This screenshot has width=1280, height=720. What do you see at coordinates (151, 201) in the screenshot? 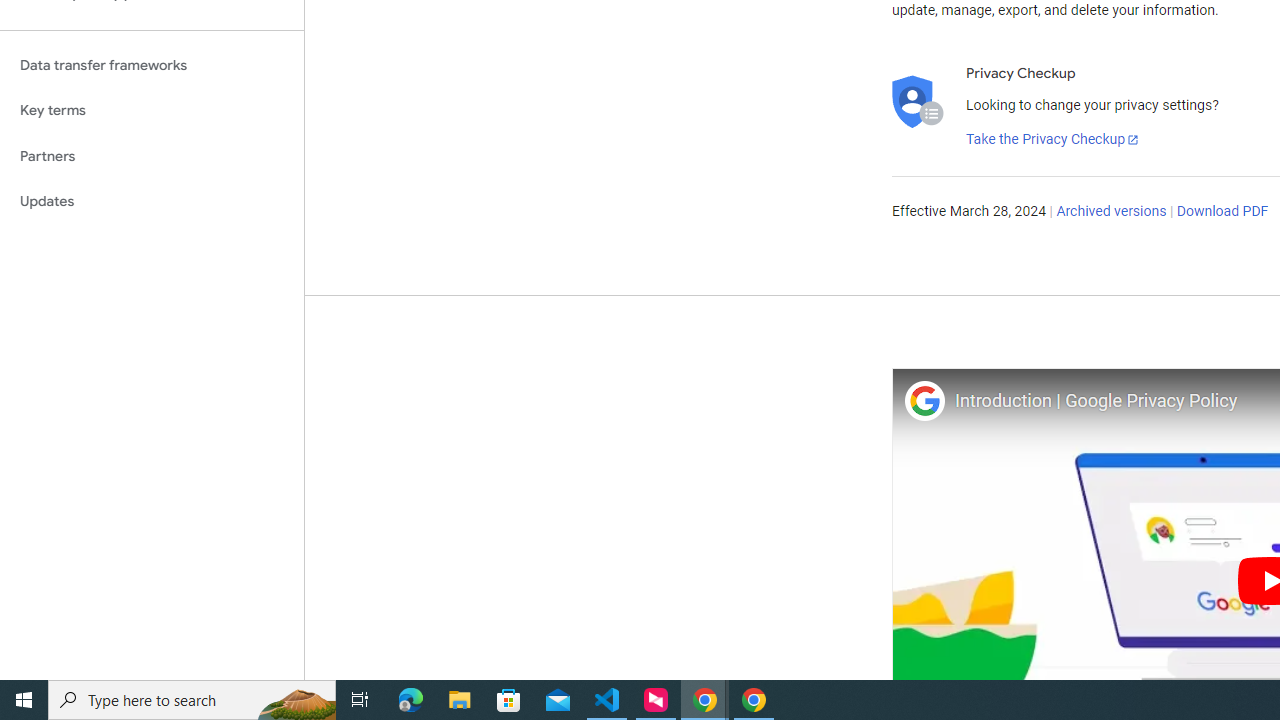
I see `'Updates'` at bounding box center [151, 201].